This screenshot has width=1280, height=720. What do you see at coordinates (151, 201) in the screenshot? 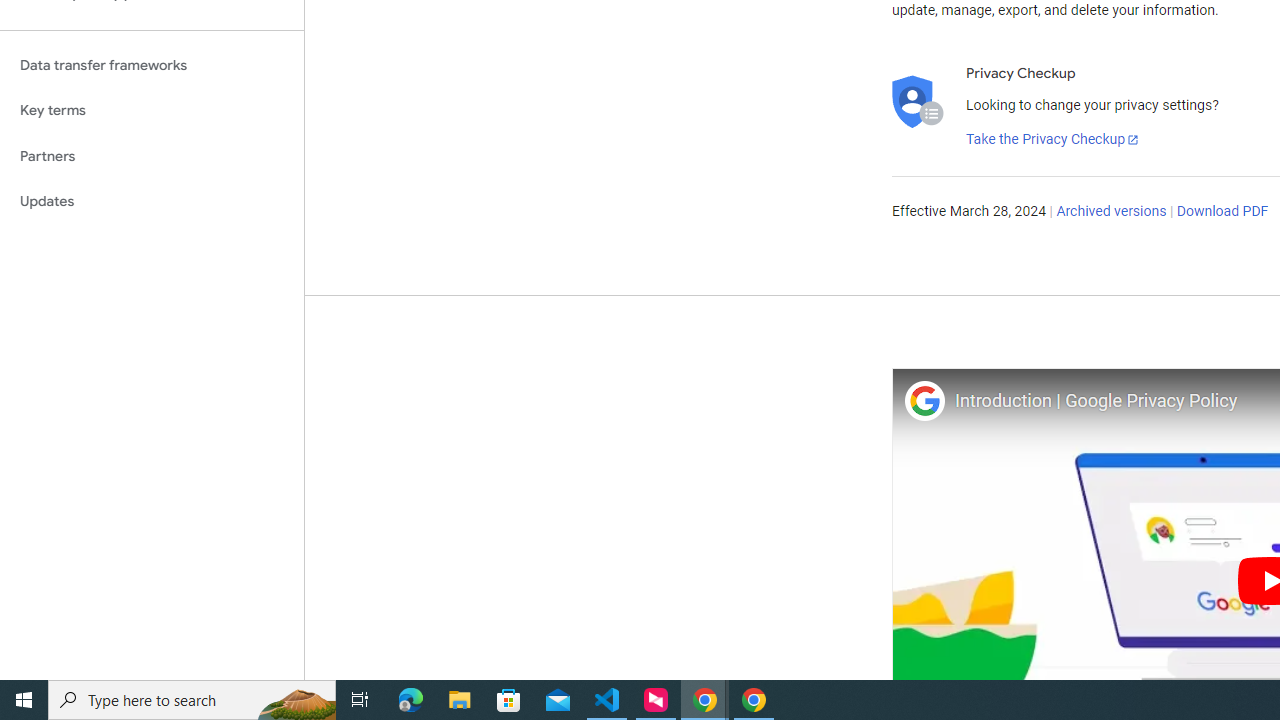
I see `'Updates'` at bounding box center [151, 201].